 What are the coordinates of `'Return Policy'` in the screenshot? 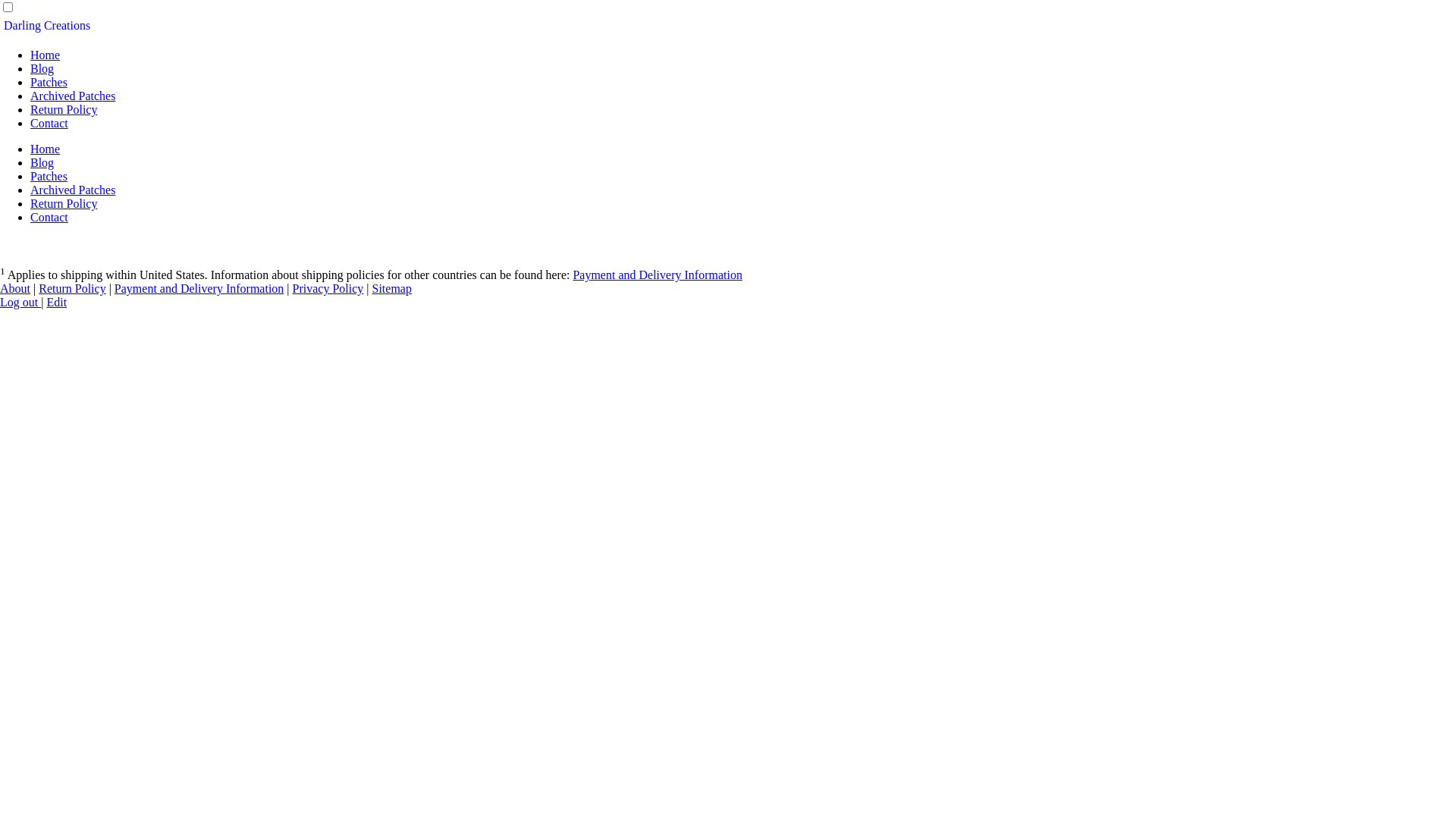 It's located at (62, 202).